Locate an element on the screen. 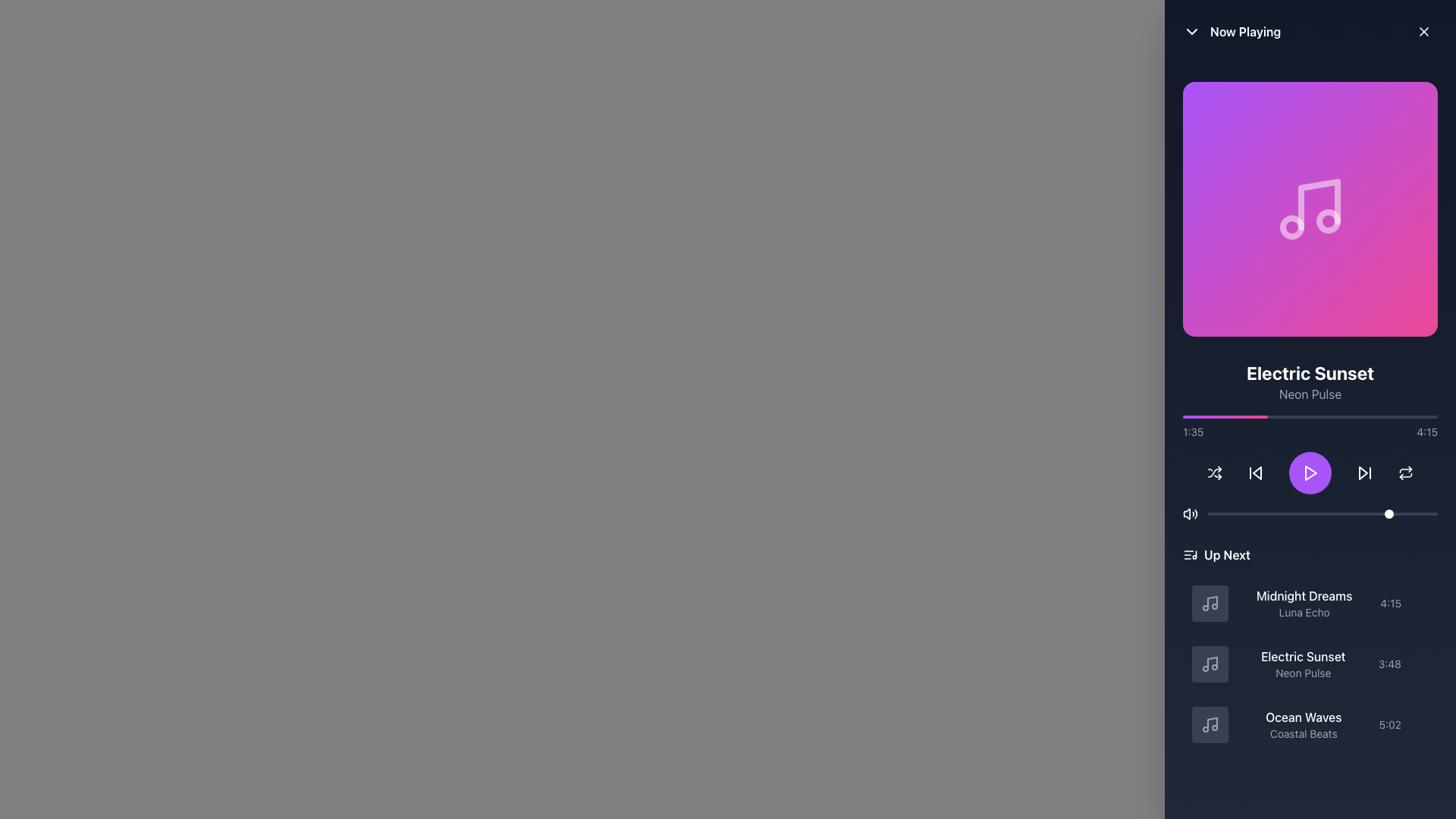  the static text label 'Neon Pulse' that is located below 'Electric Sunset' in the music queue interface is located at coordinates (1302, 672).